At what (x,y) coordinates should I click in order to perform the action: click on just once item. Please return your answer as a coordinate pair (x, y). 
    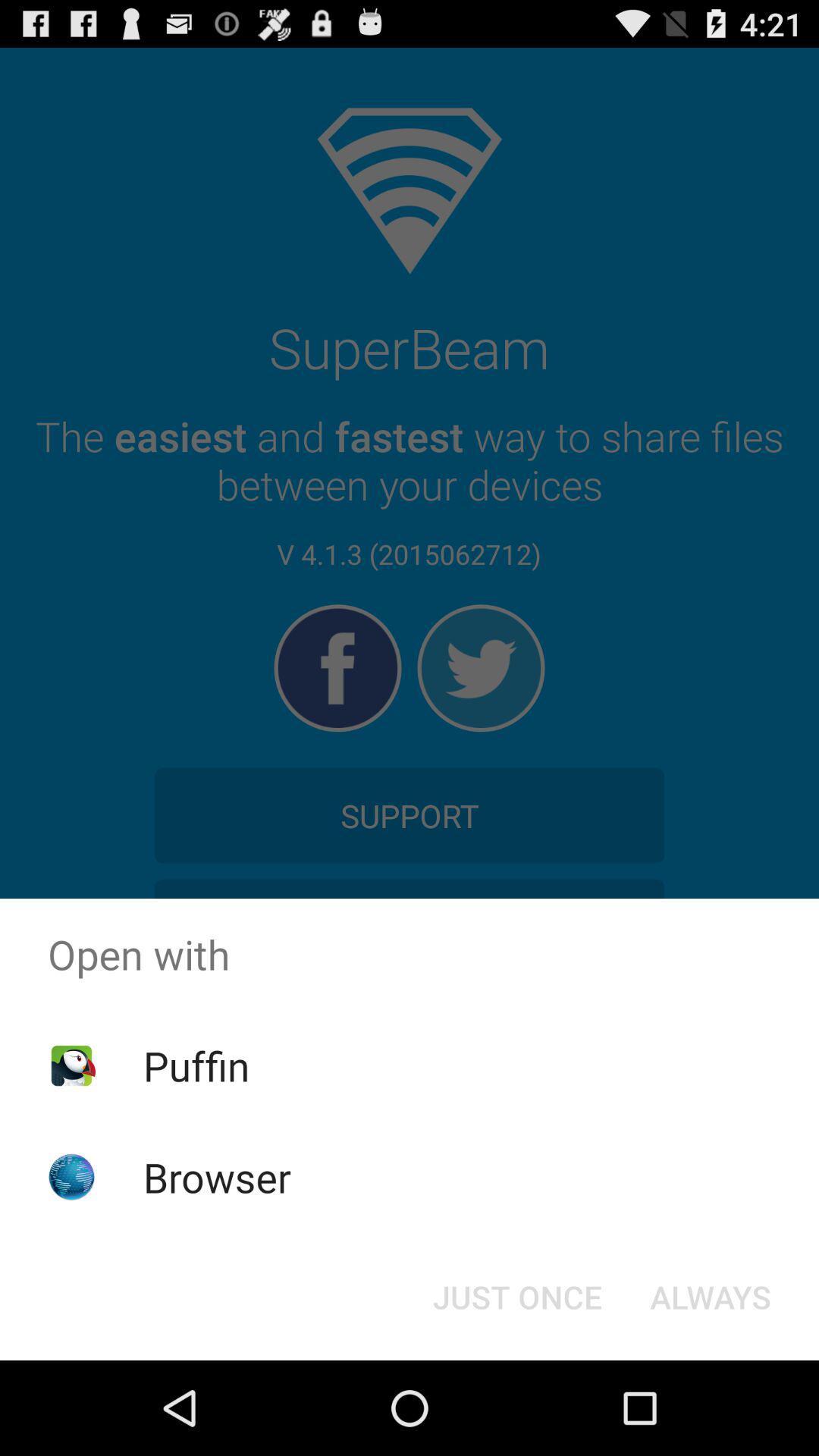
    Looking at the image, I should click on (516, 1295).